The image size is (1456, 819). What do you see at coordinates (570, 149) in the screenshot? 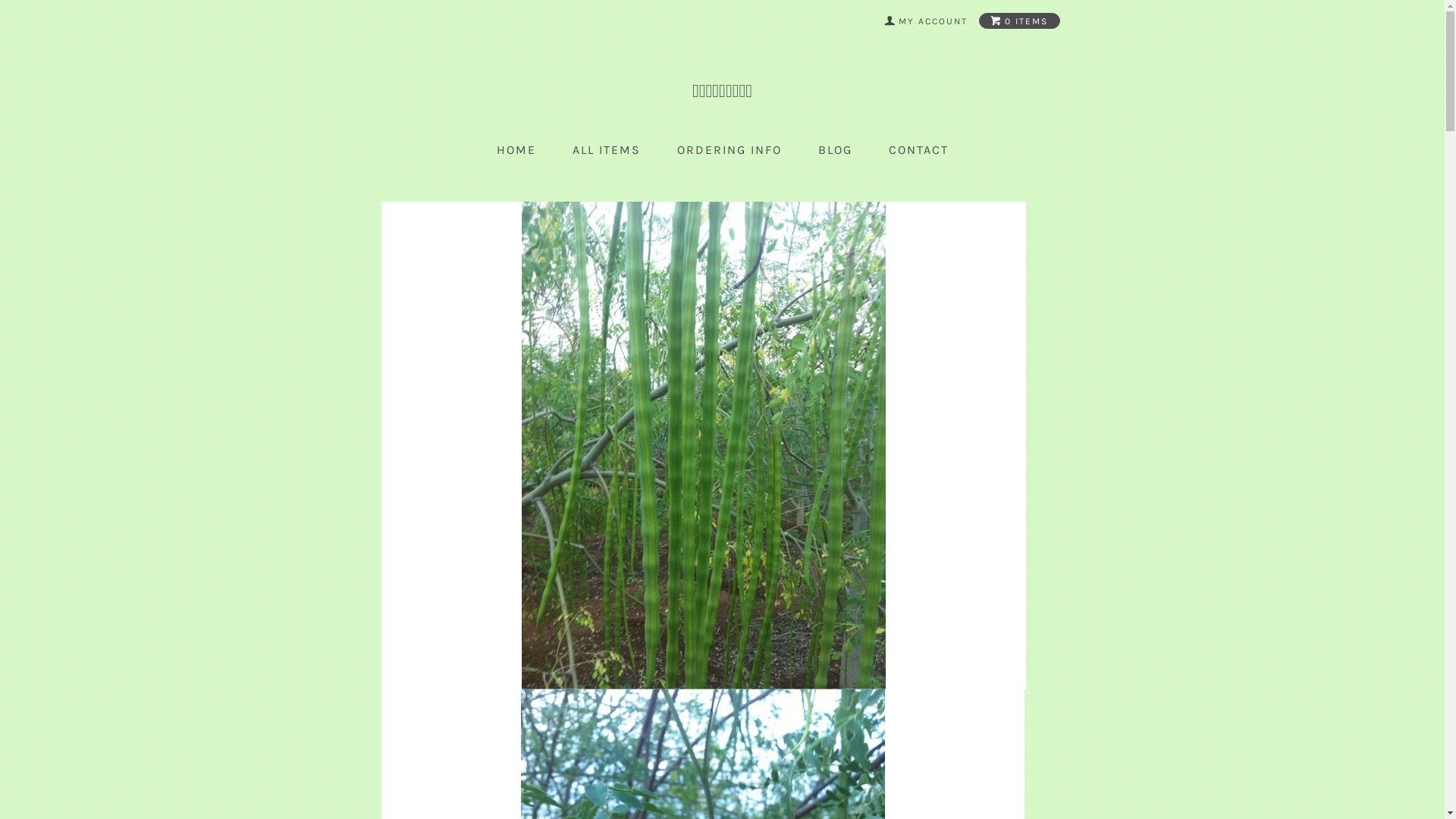
I see `'ALL ITEMS'` at bounding box center [570, 149].